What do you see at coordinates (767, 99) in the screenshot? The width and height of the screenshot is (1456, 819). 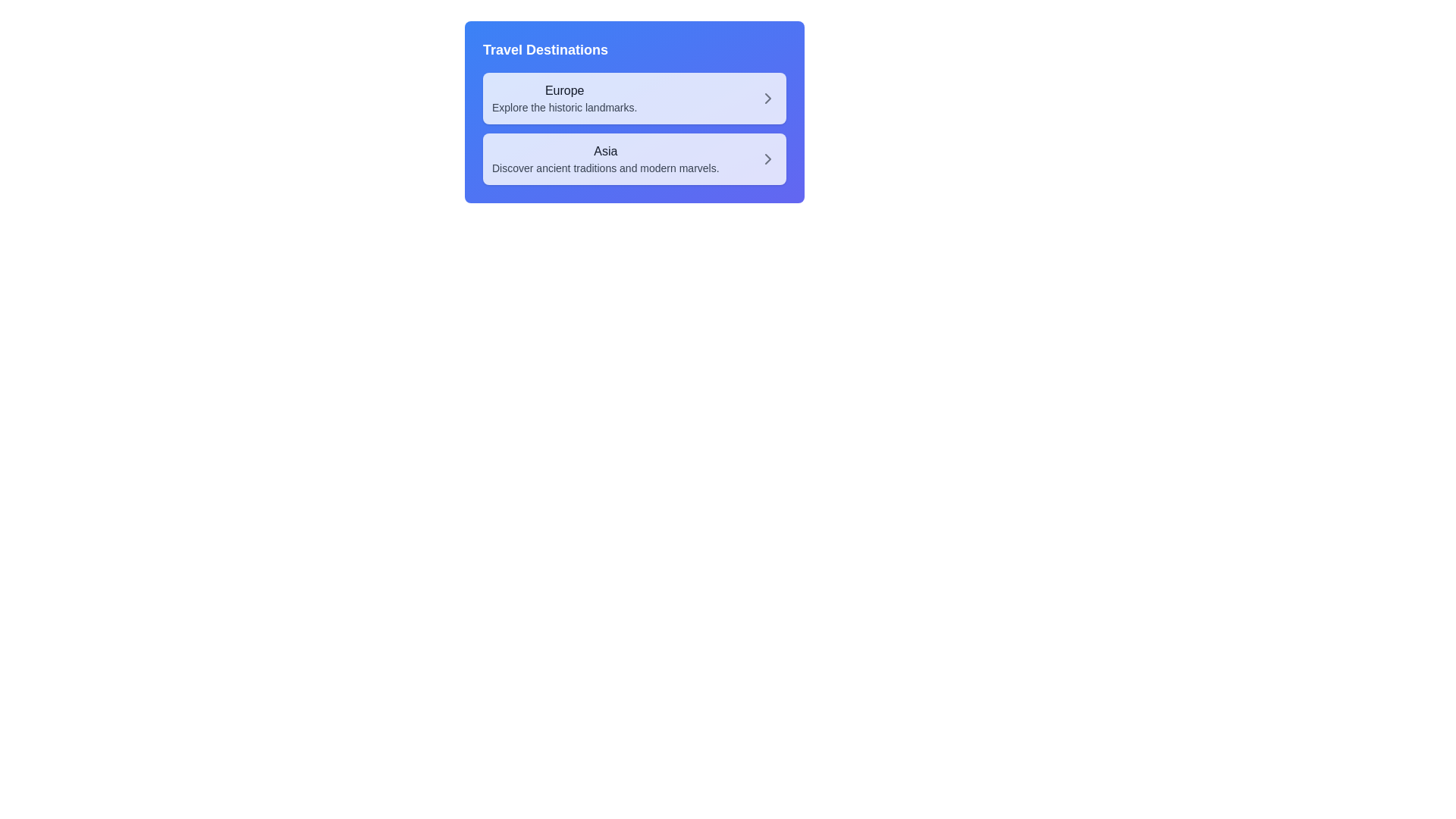 I see `the Chevron Right icon located in the 'Europe' section of the 'Travel Destinations' panel` at bounding box center [767, 99].